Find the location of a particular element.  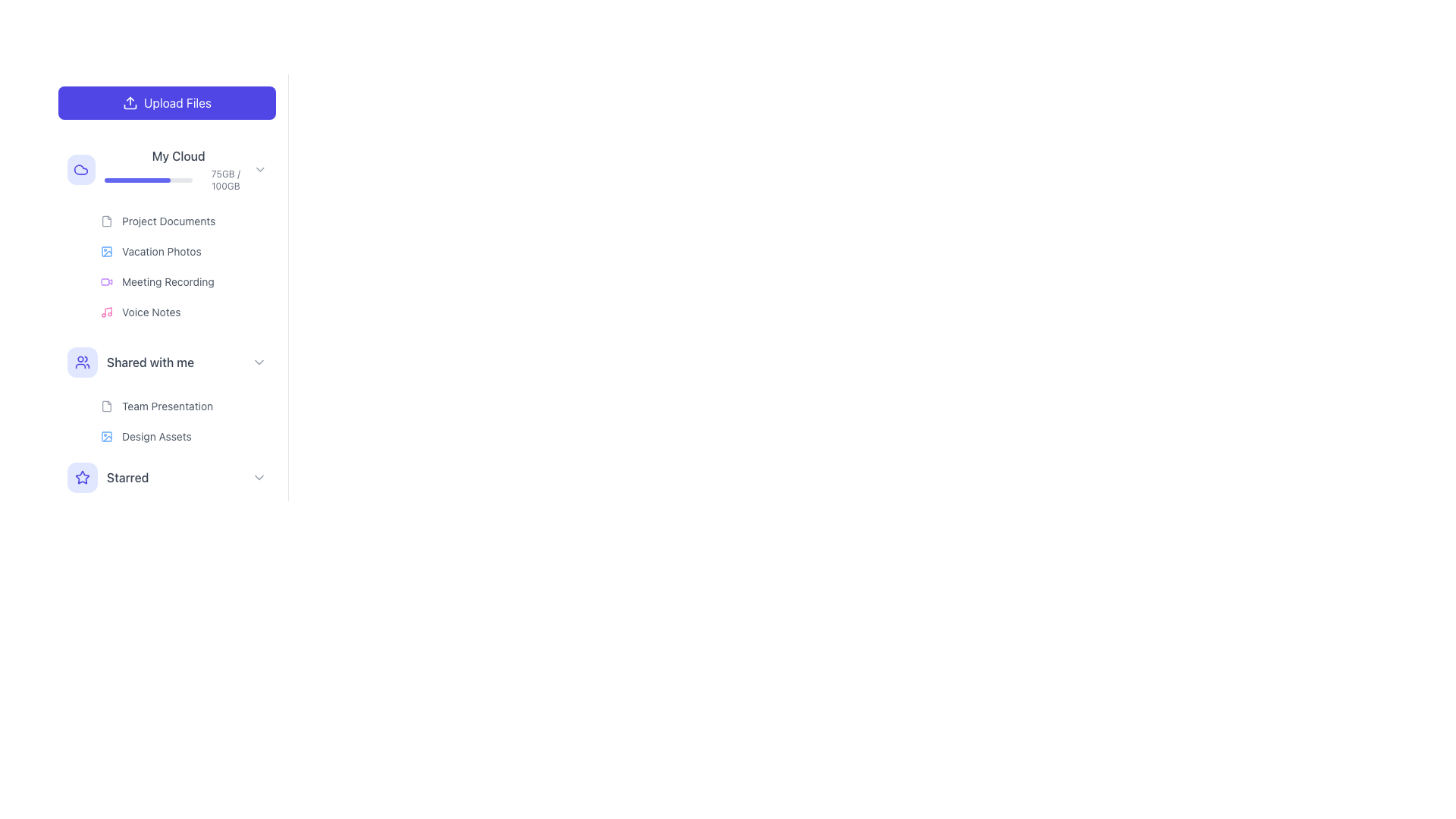

to select the file entry labeled 'Project Documents' with the size '2.4GB' in the 'My Cloud' section is located at coordinates (184, 221).